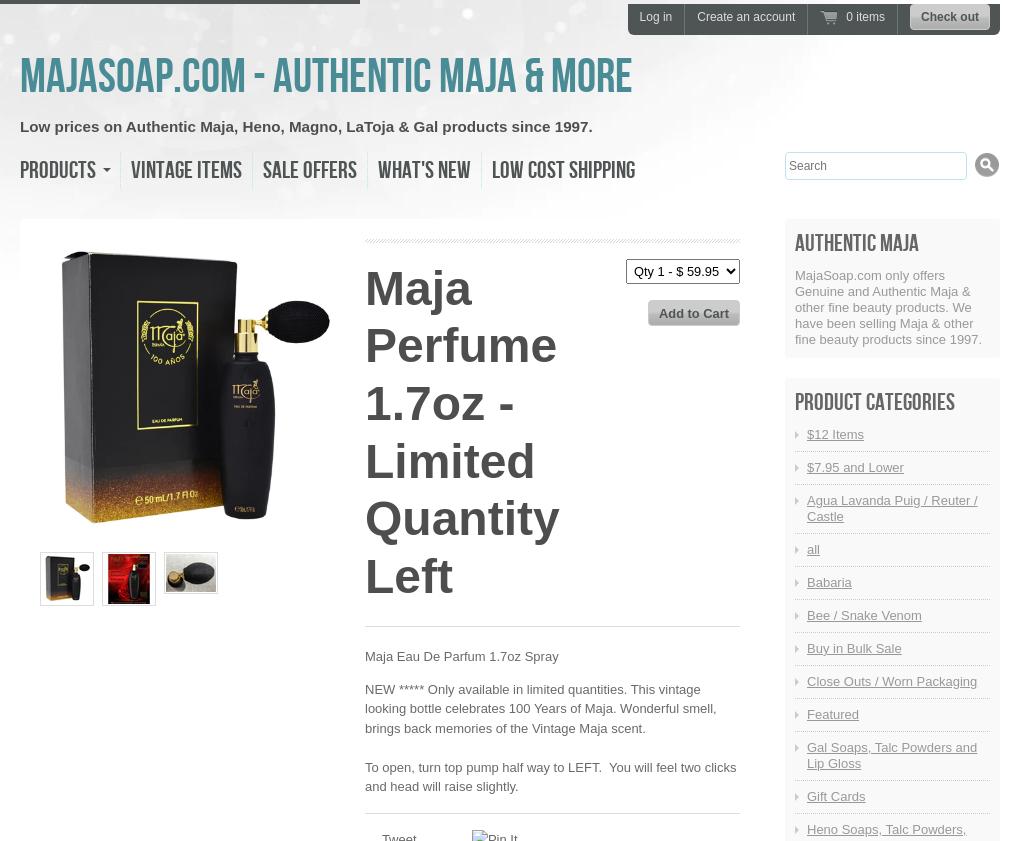 This screenshot has height=841, width=1020. Describe the element at coordinates (853, 466) in the screenshot. I see `'$7.95 and Lower'` at that location.